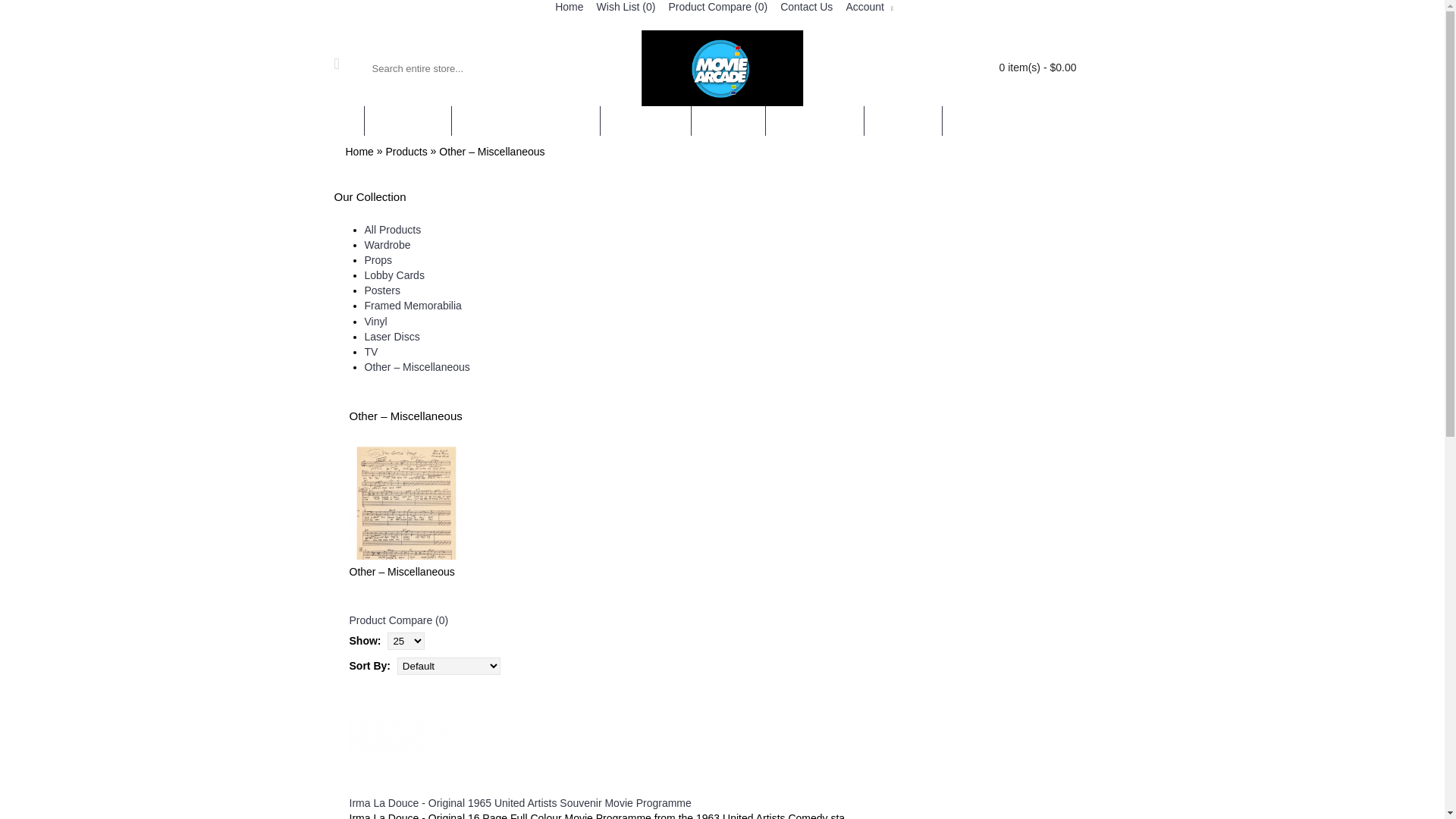 Image resolution: width=1456 pixels, height=819 pixels. What do you see at coordinates (1012, 67) in the screenshot?
I see `'0 item(s) - $0.00'` at bounding box center [1012, 67].